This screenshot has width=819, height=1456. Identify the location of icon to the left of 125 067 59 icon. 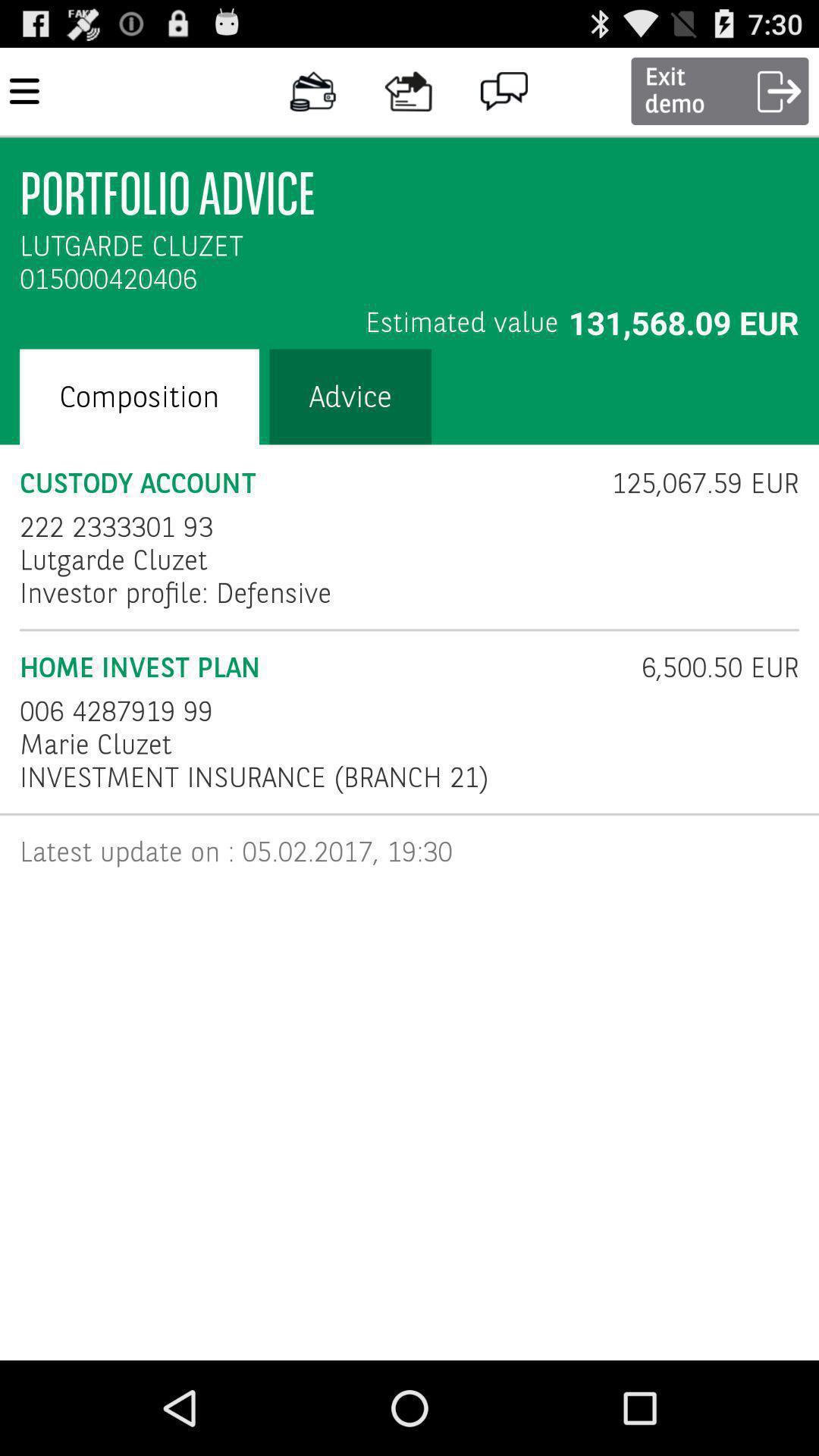
(306, 482).